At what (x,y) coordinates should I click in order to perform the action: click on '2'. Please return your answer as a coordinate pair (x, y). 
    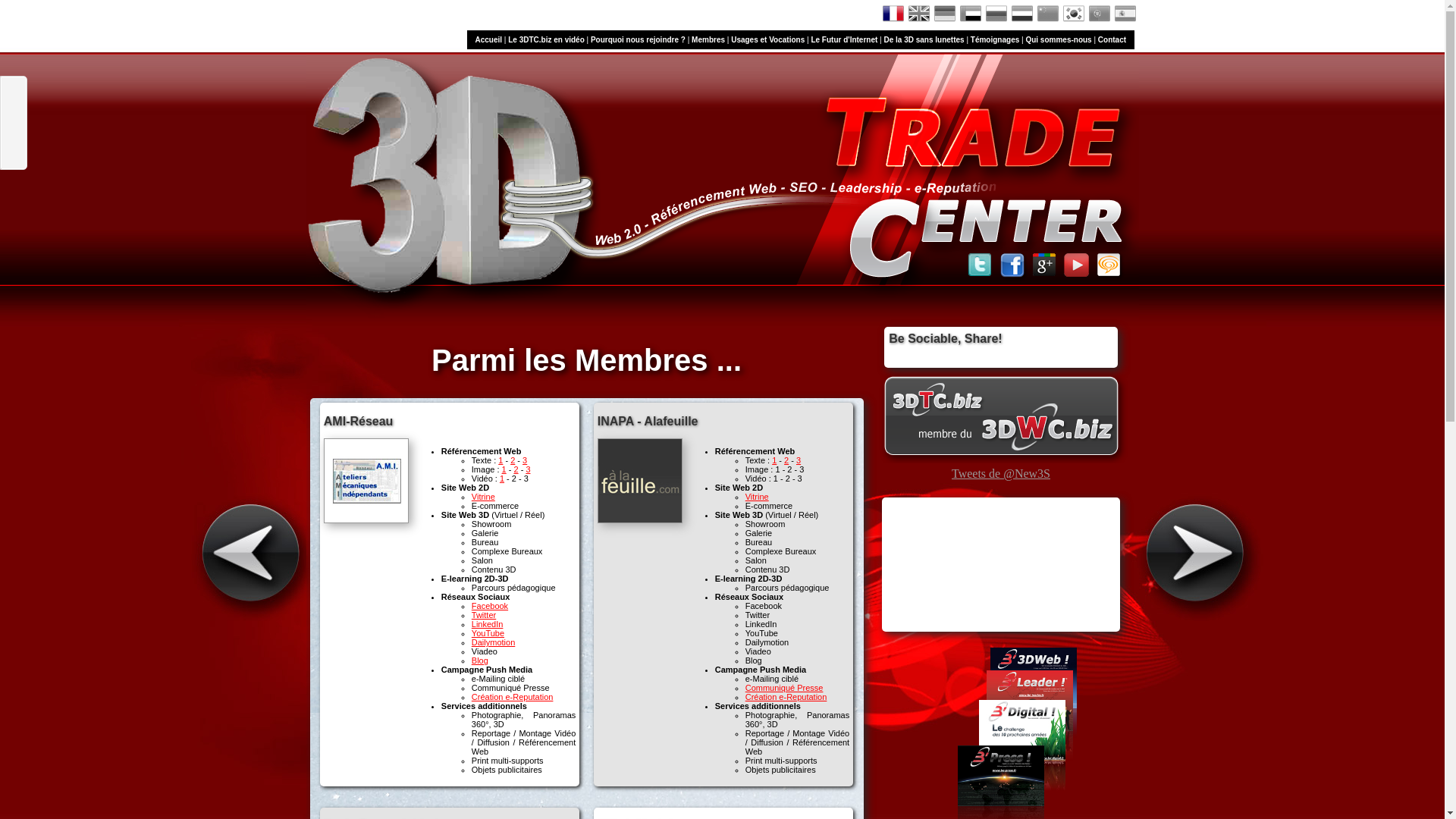
    Looking at the image, I should click on (516, 468).